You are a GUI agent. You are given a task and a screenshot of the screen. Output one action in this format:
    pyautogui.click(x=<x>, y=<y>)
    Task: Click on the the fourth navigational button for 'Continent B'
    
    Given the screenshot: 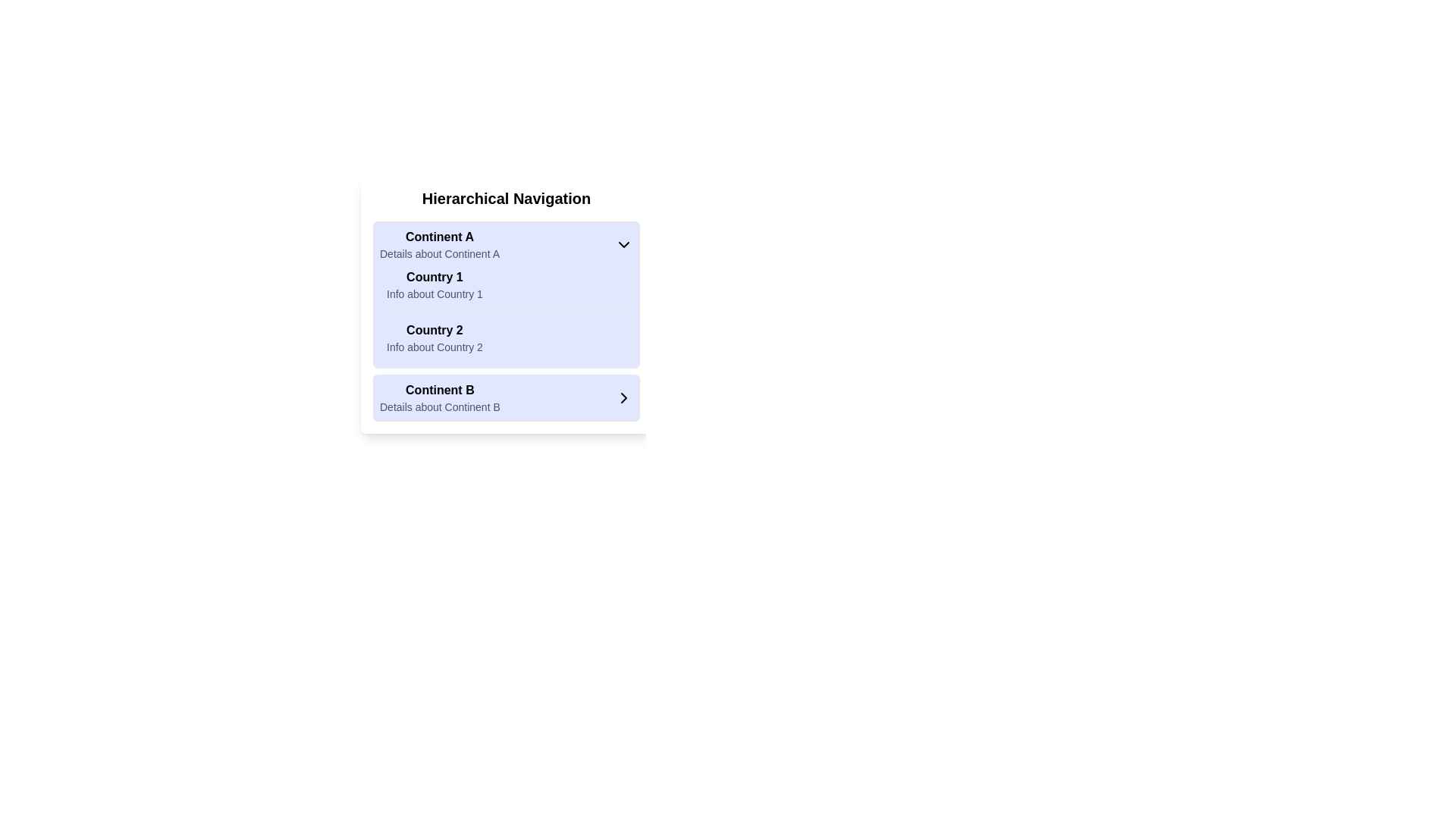 What is the action you would take?
    pyautogui.click(x=506, y=397)
    